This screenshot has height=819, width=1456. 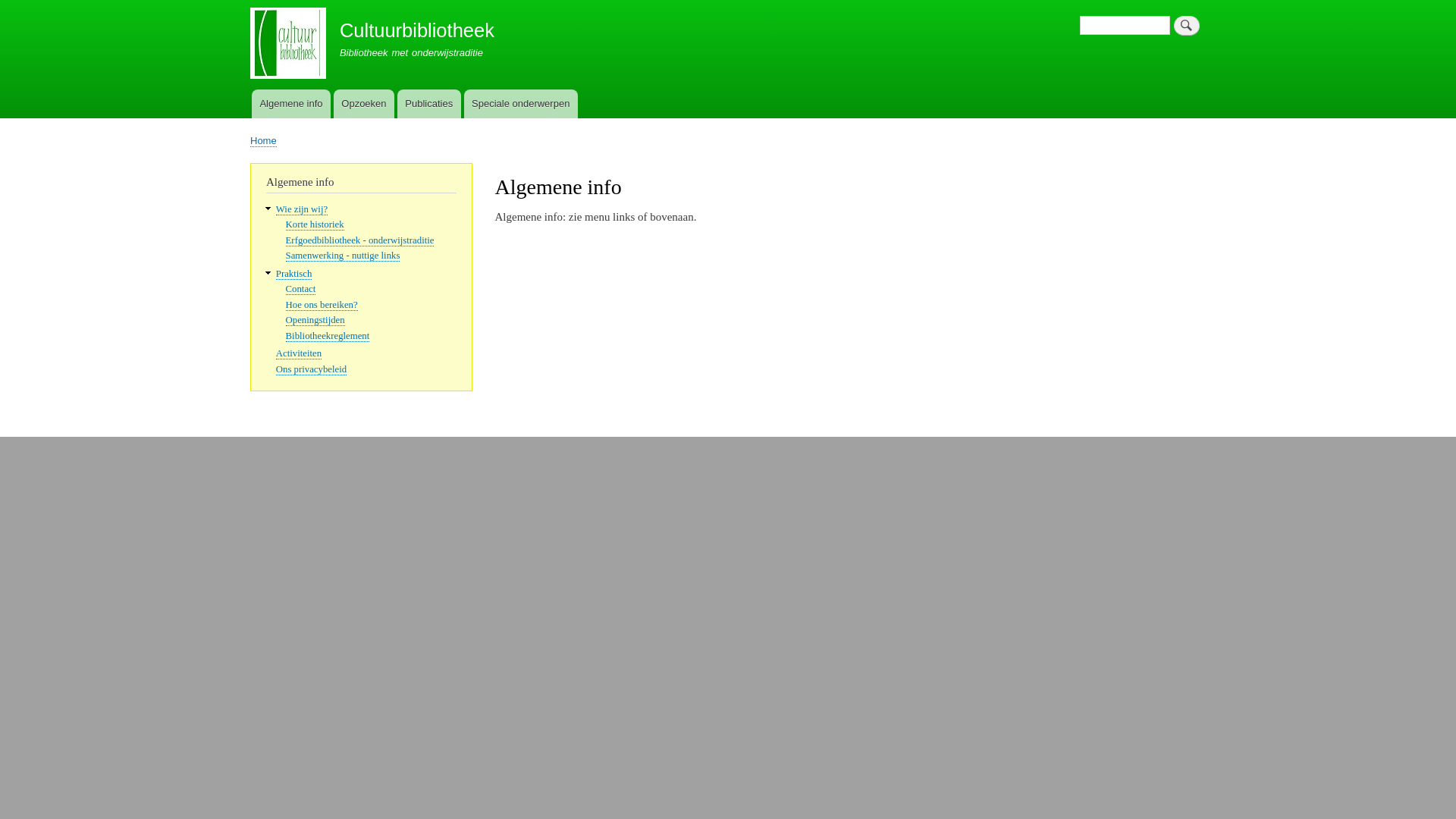 What do you see at coordinates (276, 209) in the screenshot?
I see `'Wie zijn wij?'` at bounding box center [276, 209].